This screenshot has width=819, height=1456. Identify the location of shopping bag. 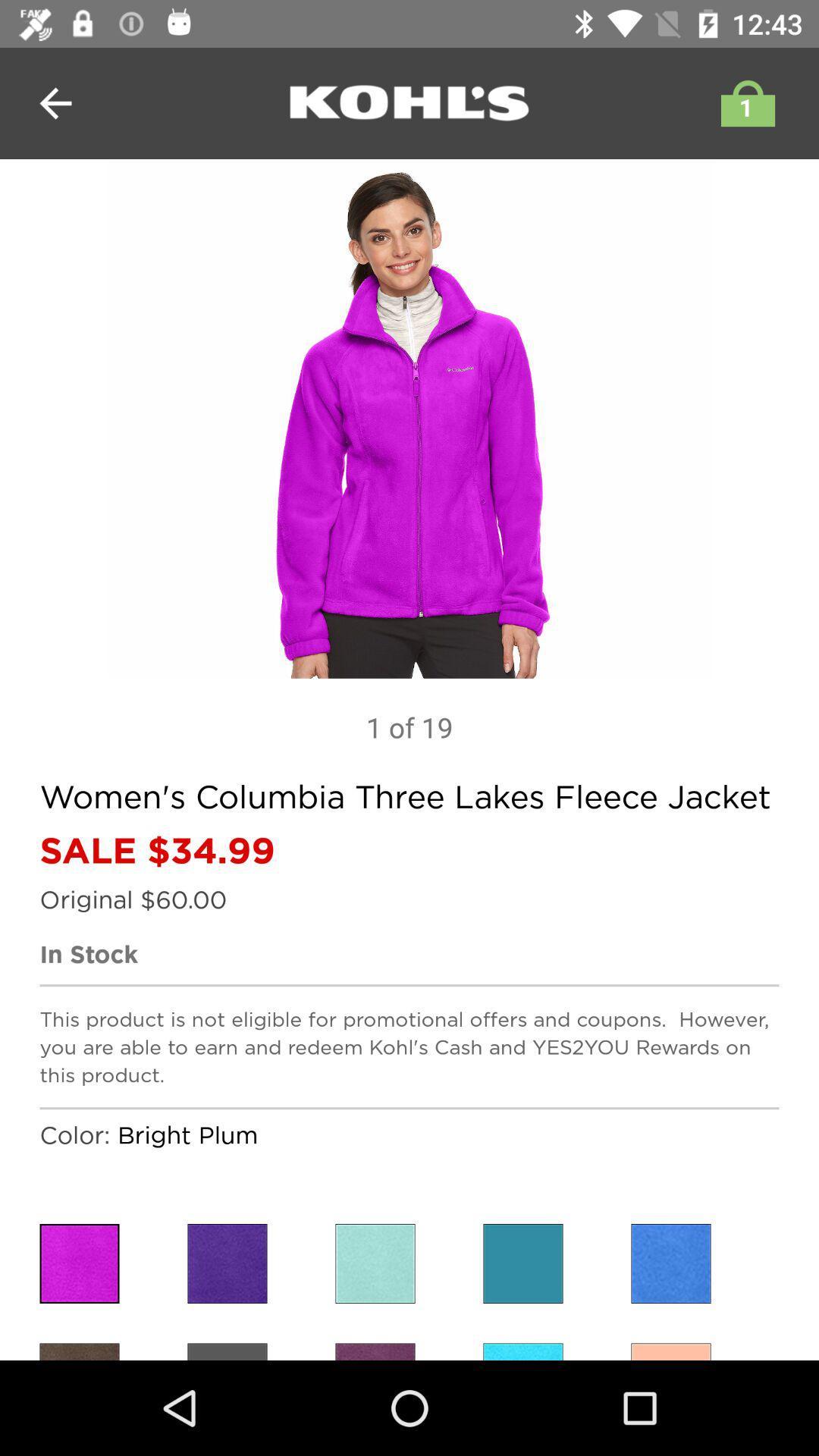
(743, 102).